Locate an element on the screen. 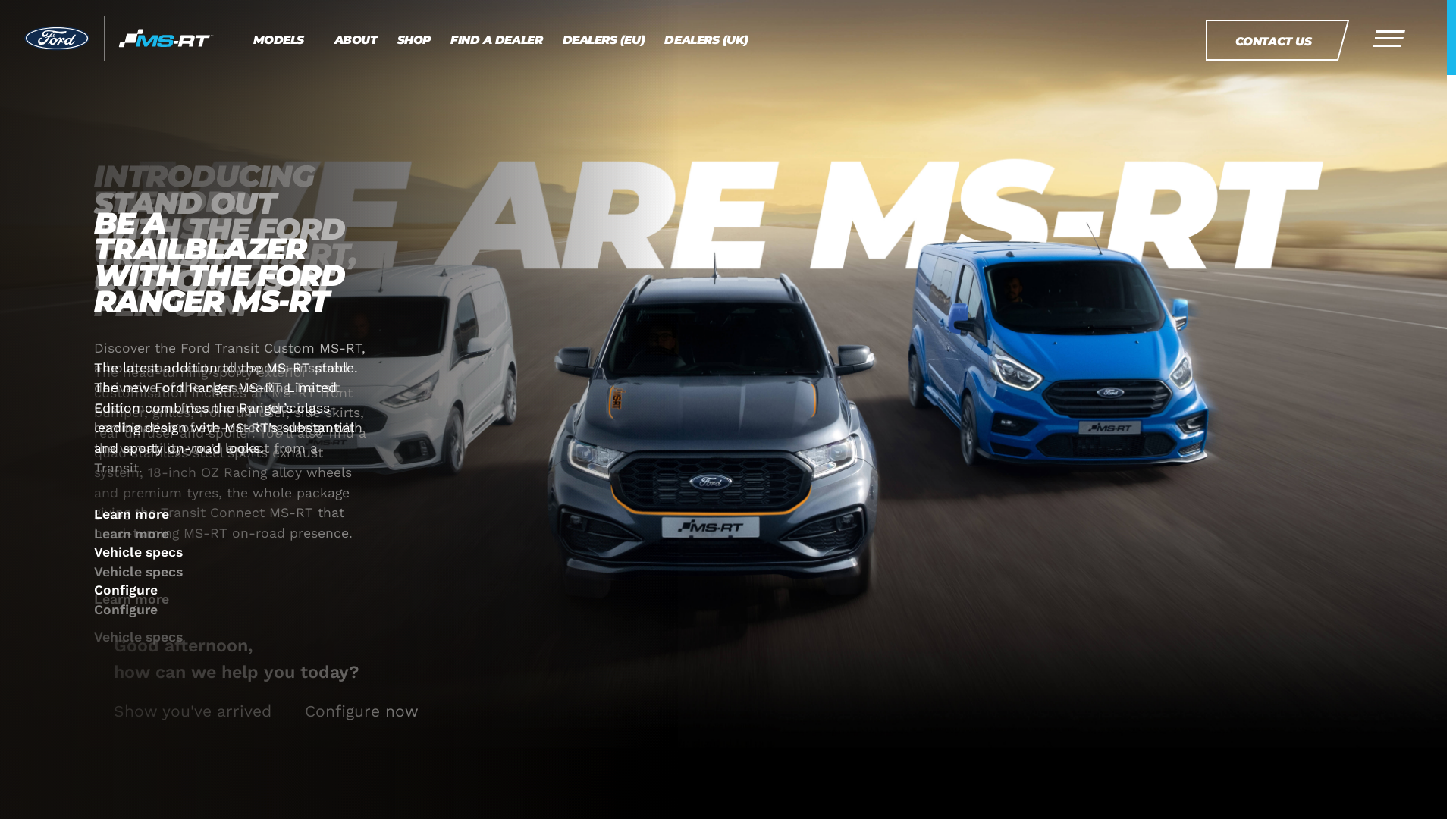 This screenshot has height=819, width=1456. 'Vehicle specs' is located at coordinates (138, 636).